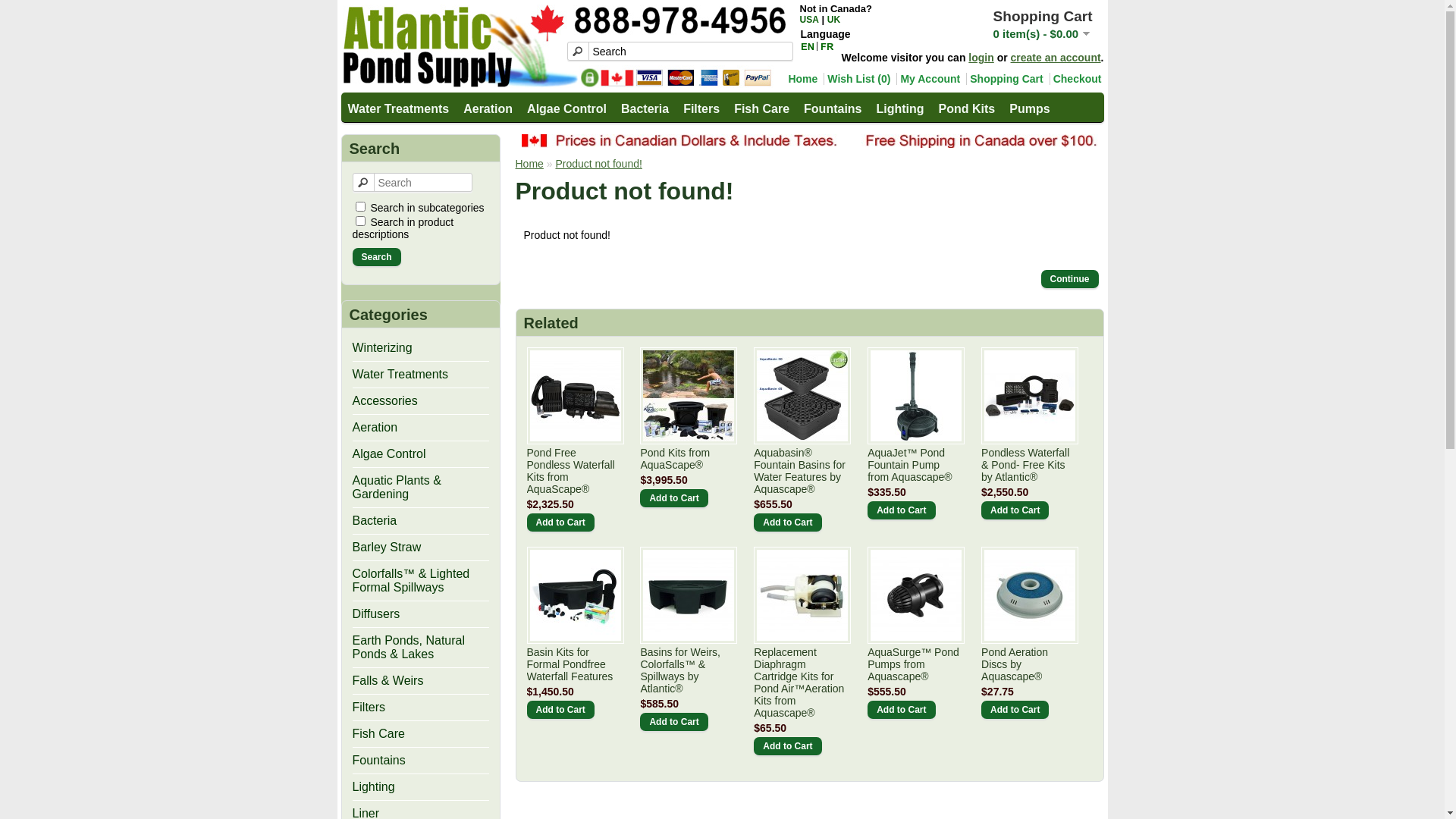 The width and height of the screenshot is (1456, 819). I want to click on 'Fountains', so click(378, 760).